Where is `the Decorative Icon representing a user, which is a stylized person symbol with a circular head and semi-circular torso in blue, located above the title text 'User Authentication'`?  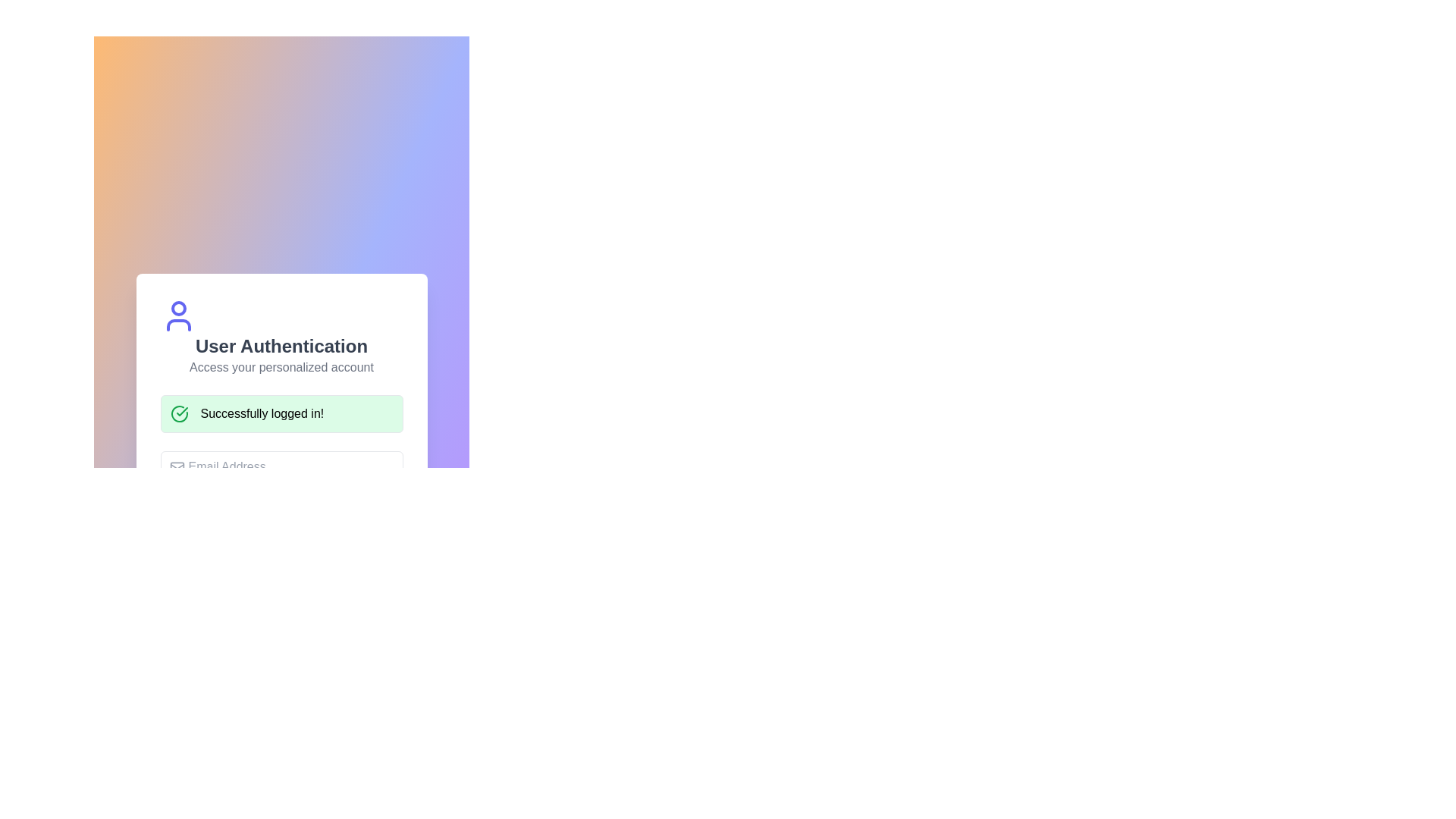
the Decorative Icon representing a user, which is a stylized person symbol with a circular head and semi-circular torso in blue, located above the title text 'User Authentication' is located at coordinates (178, 315).